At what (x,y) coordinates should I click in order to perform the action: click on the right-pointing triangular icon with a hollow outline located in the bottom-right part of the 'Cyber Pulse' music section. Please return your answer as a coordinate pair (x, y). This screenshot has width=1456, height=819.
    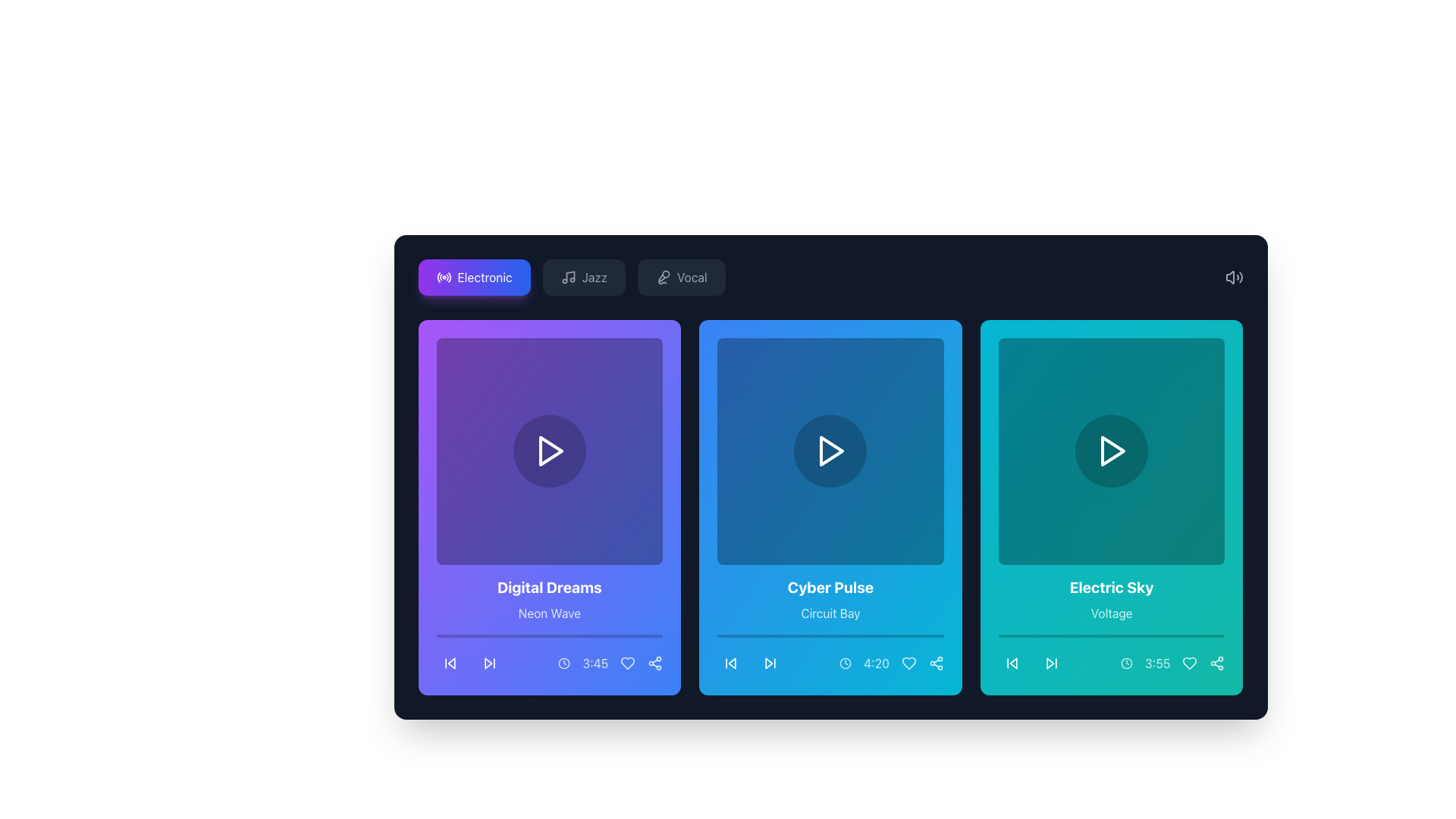
    Looking at the image, I should click on (769, 662).